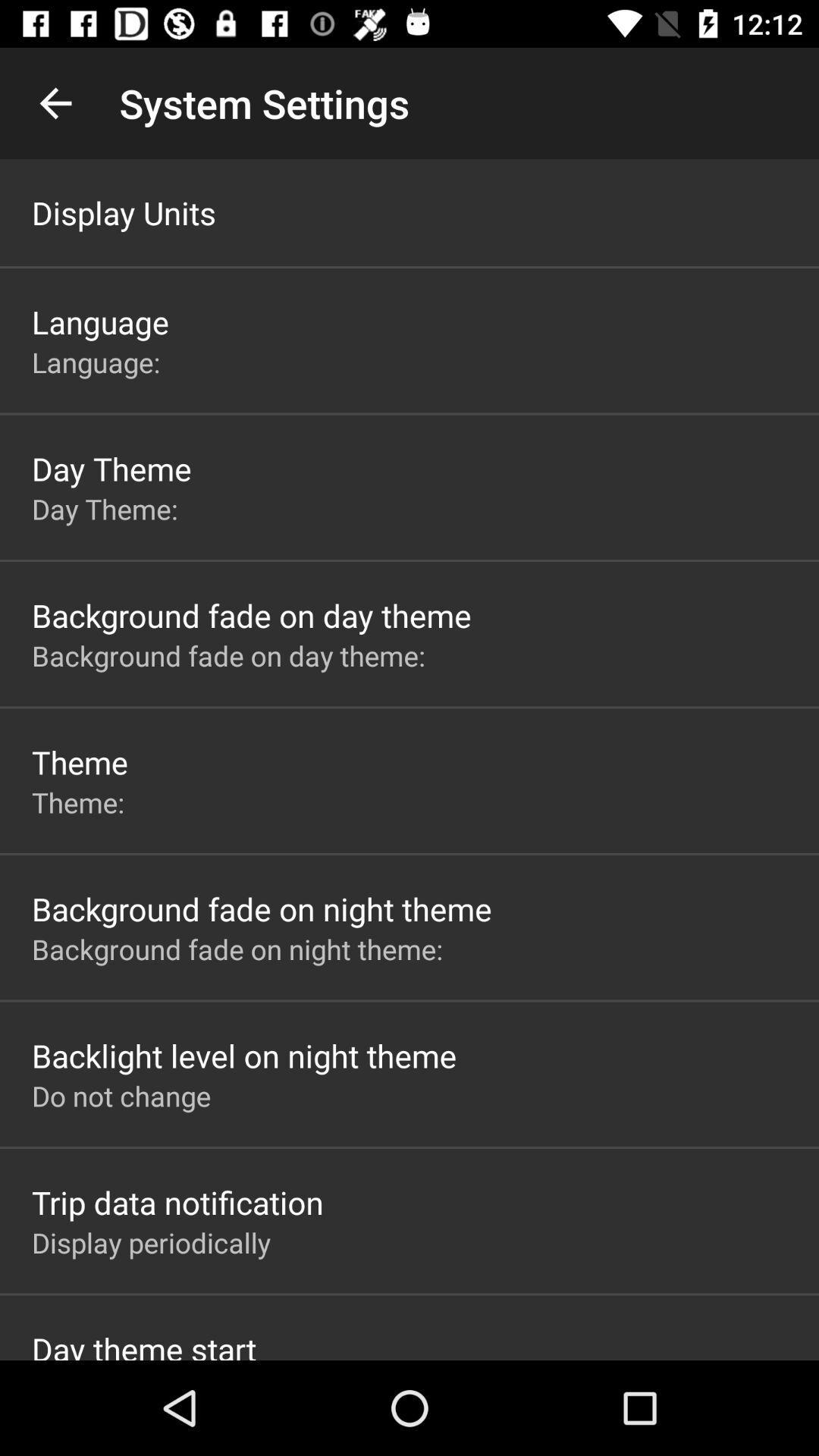  What do you see at coordinates (177, 1201) in the screenshot?
I see `app below the do not change item` at bounding box center [177, 1201].